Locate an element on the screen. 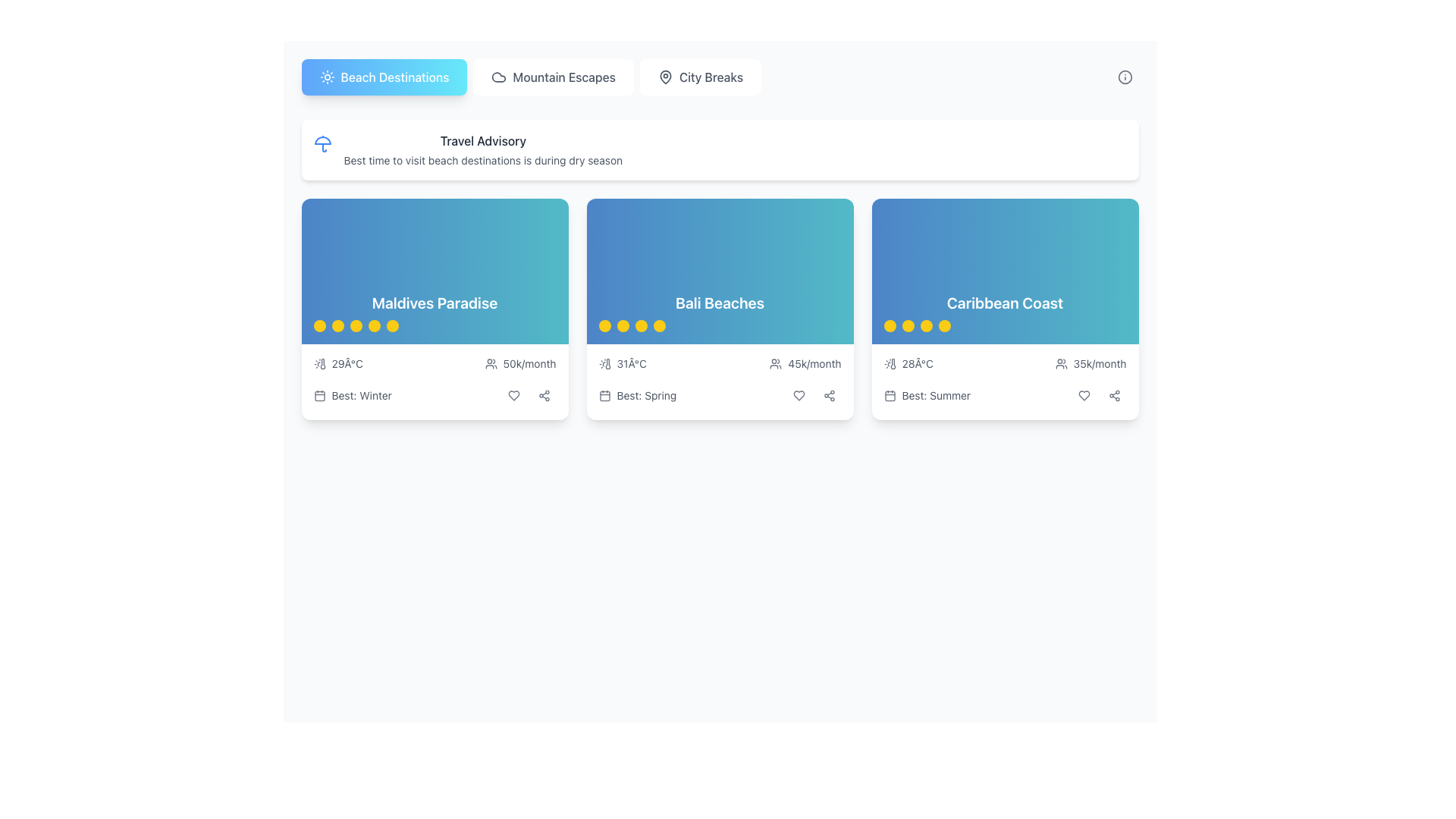  the Interactive button with a heart icon located in the bottom right corner of the 'Caribbean Coast' card to mark it as a favorite is located at coordinates (1083, 394).